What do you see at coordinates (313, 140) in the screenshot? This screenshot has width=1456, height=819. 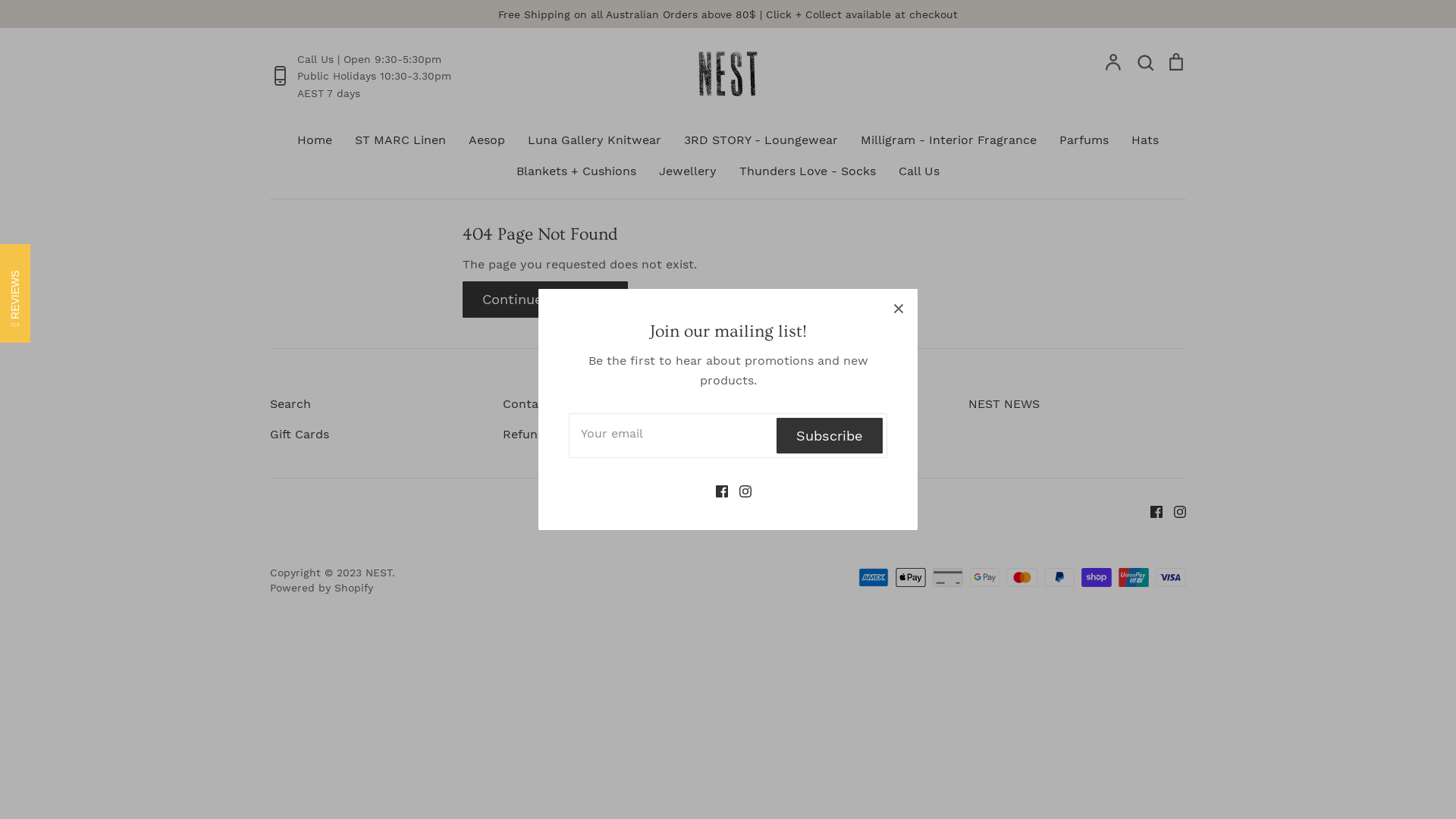 I see `'Home'` at bounding box center [313, 140].